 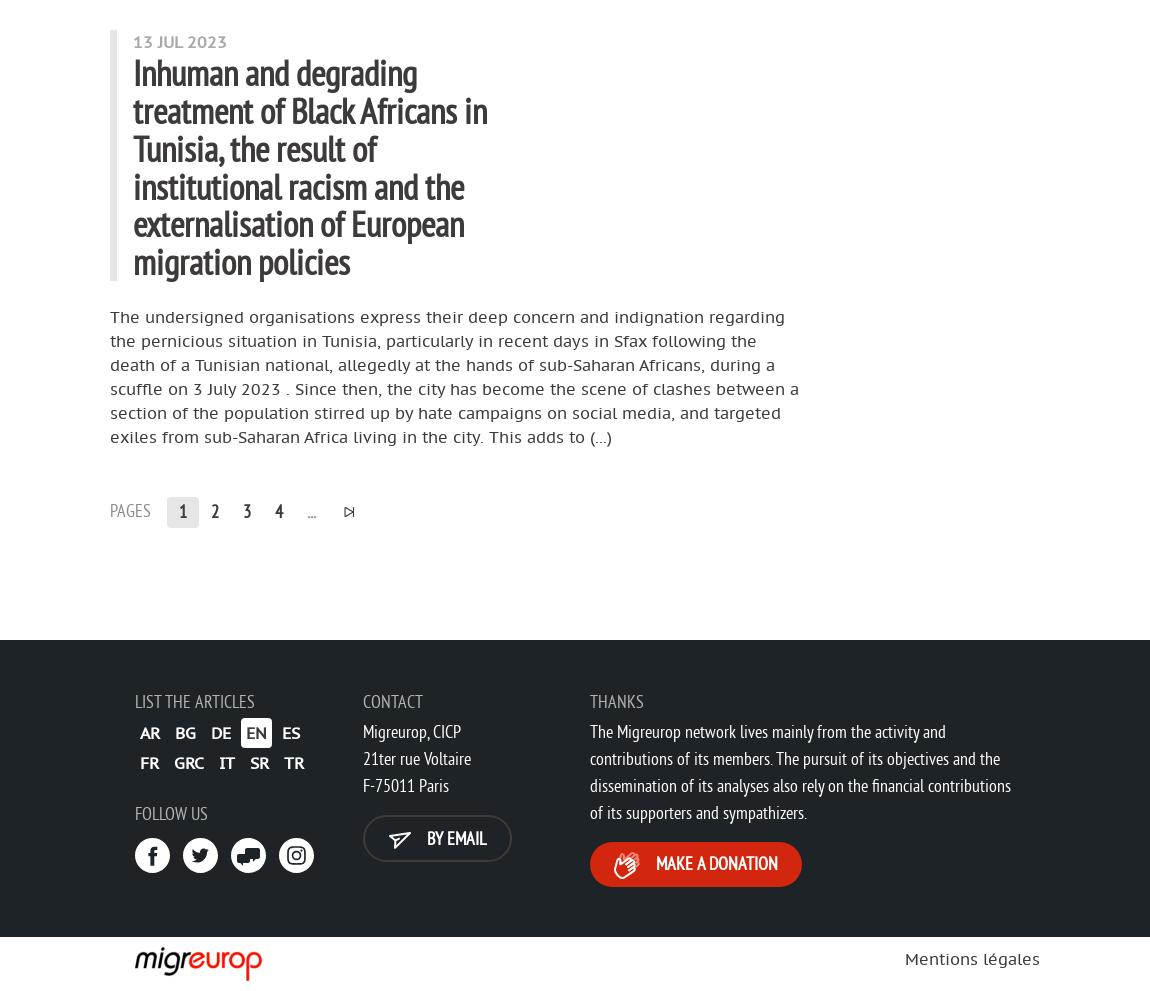 I want to click on '4', so click(x=277, y=511).